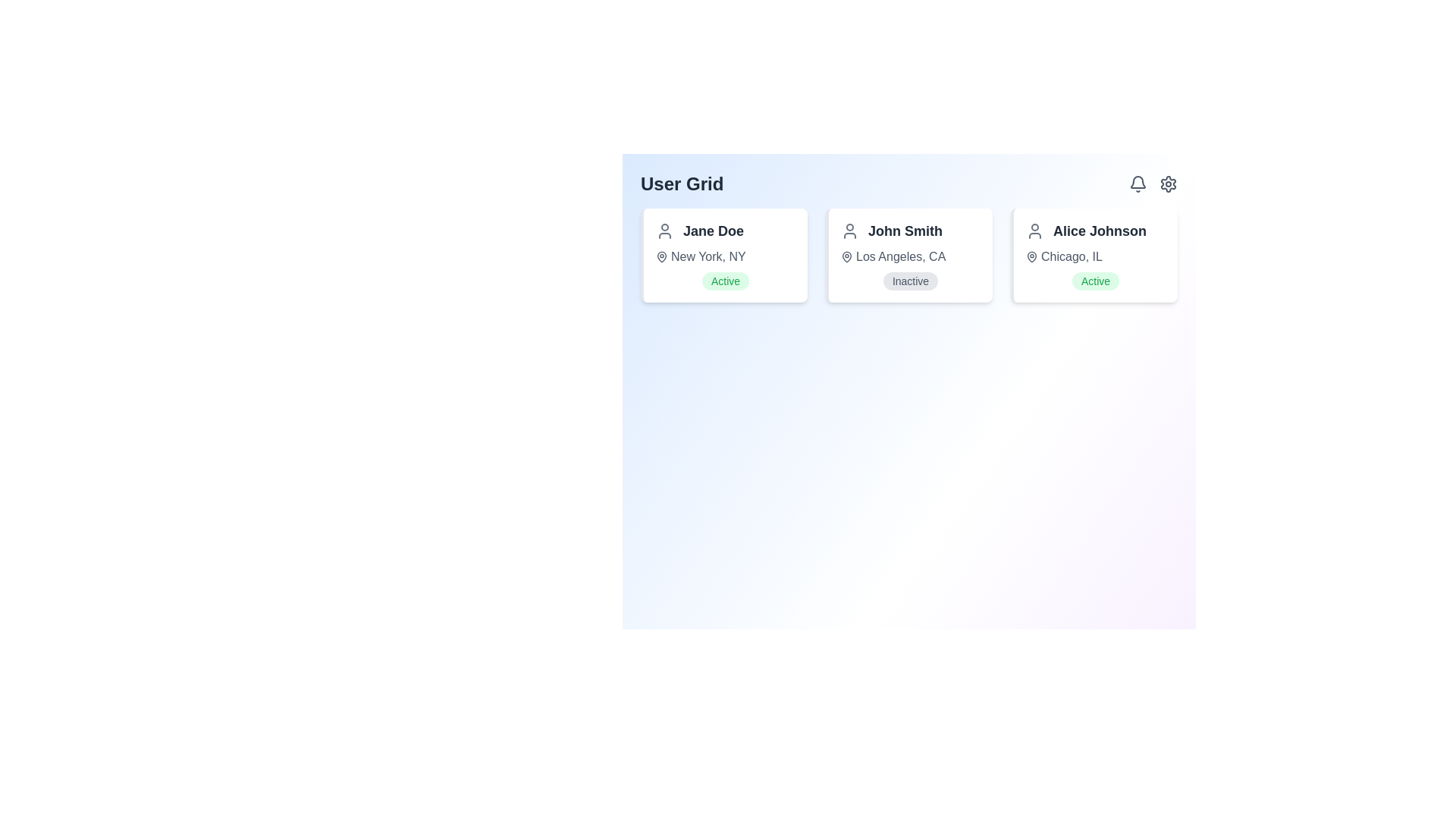 This screenshot has height=819, width=1456. I want to click on the Status badge indicating 'inactive' for user 'John Smith' located within the user card in Los Angeles, CA, so click(910, 281).